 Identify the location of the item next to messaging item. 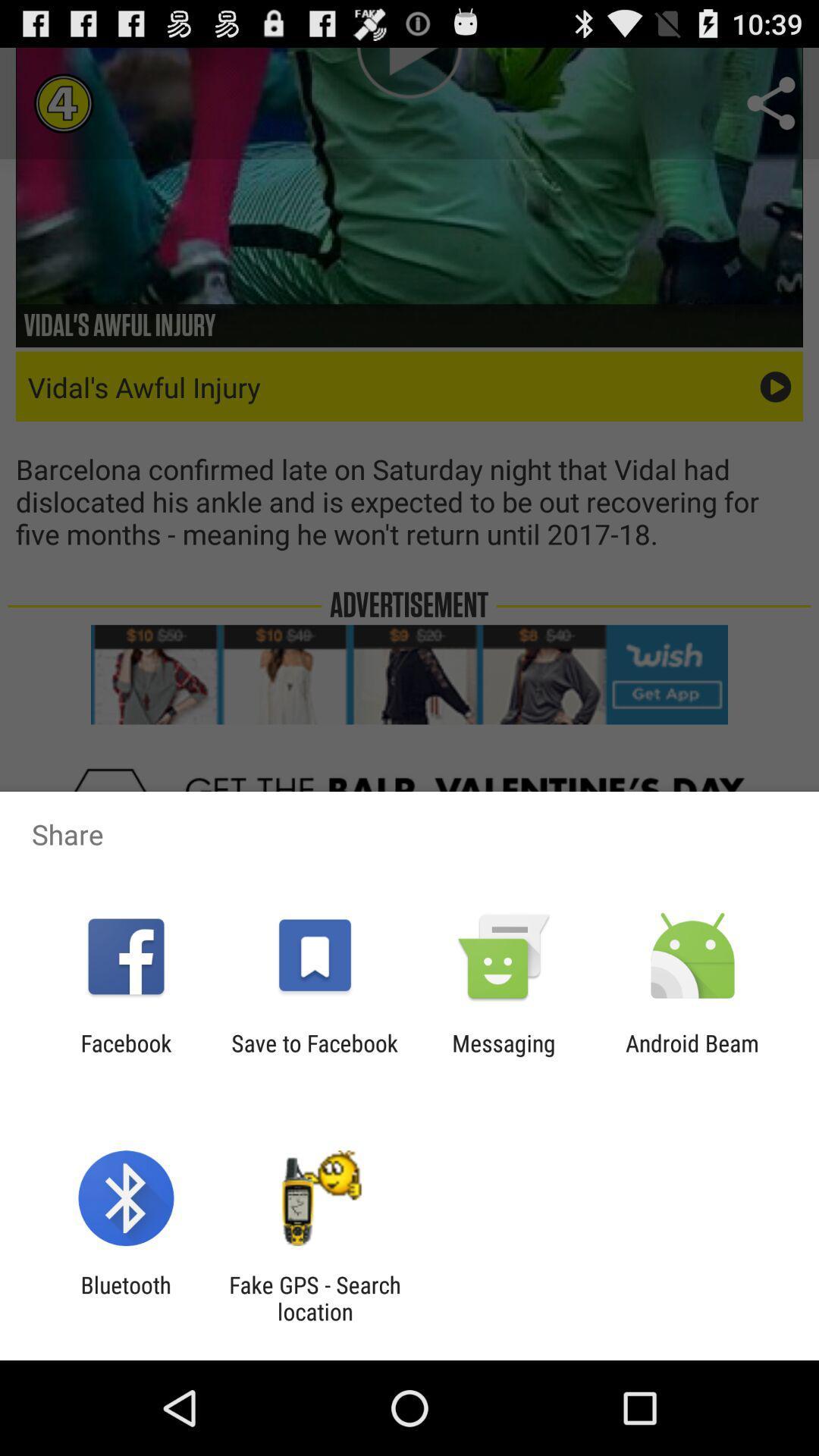
(314, 1056).